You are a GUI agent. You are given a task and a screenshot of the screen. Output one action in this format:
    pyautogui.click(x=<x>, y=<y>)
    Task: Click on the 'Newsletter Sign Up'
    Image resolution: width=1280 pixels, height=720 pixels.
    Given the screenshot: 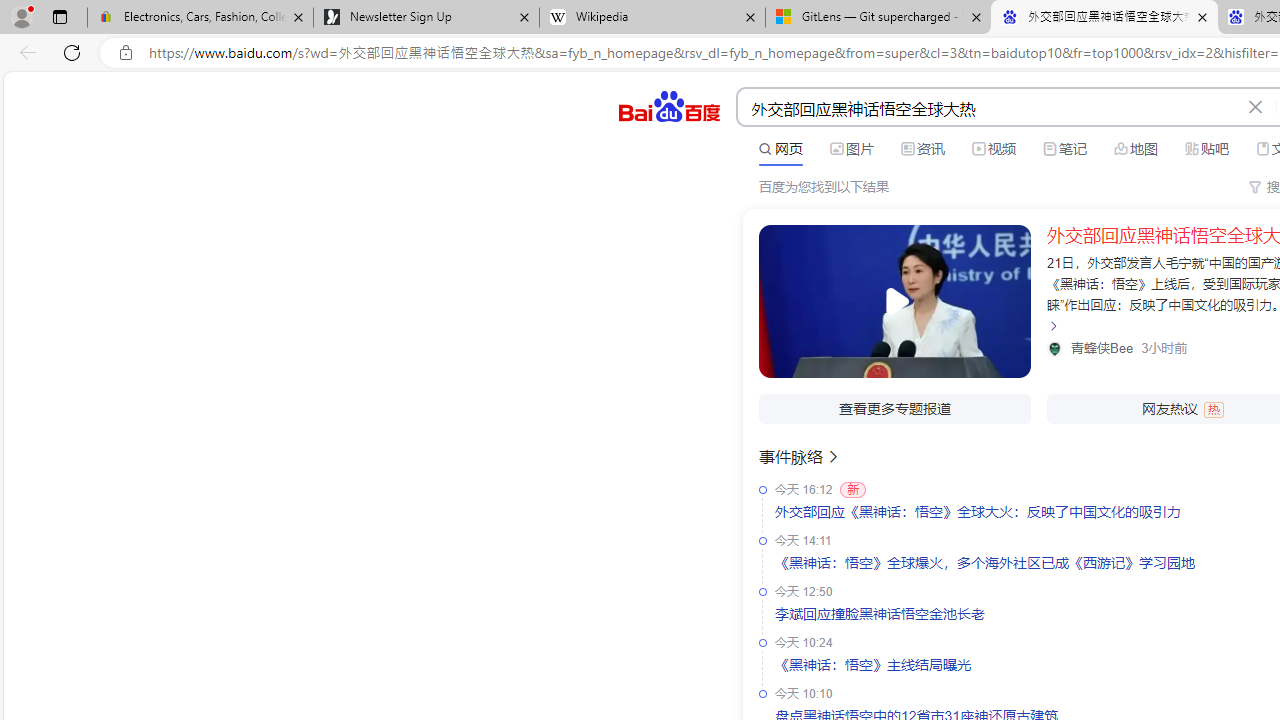 What is the action you would take?
    pyautogui.click(x=425, y=17)
    